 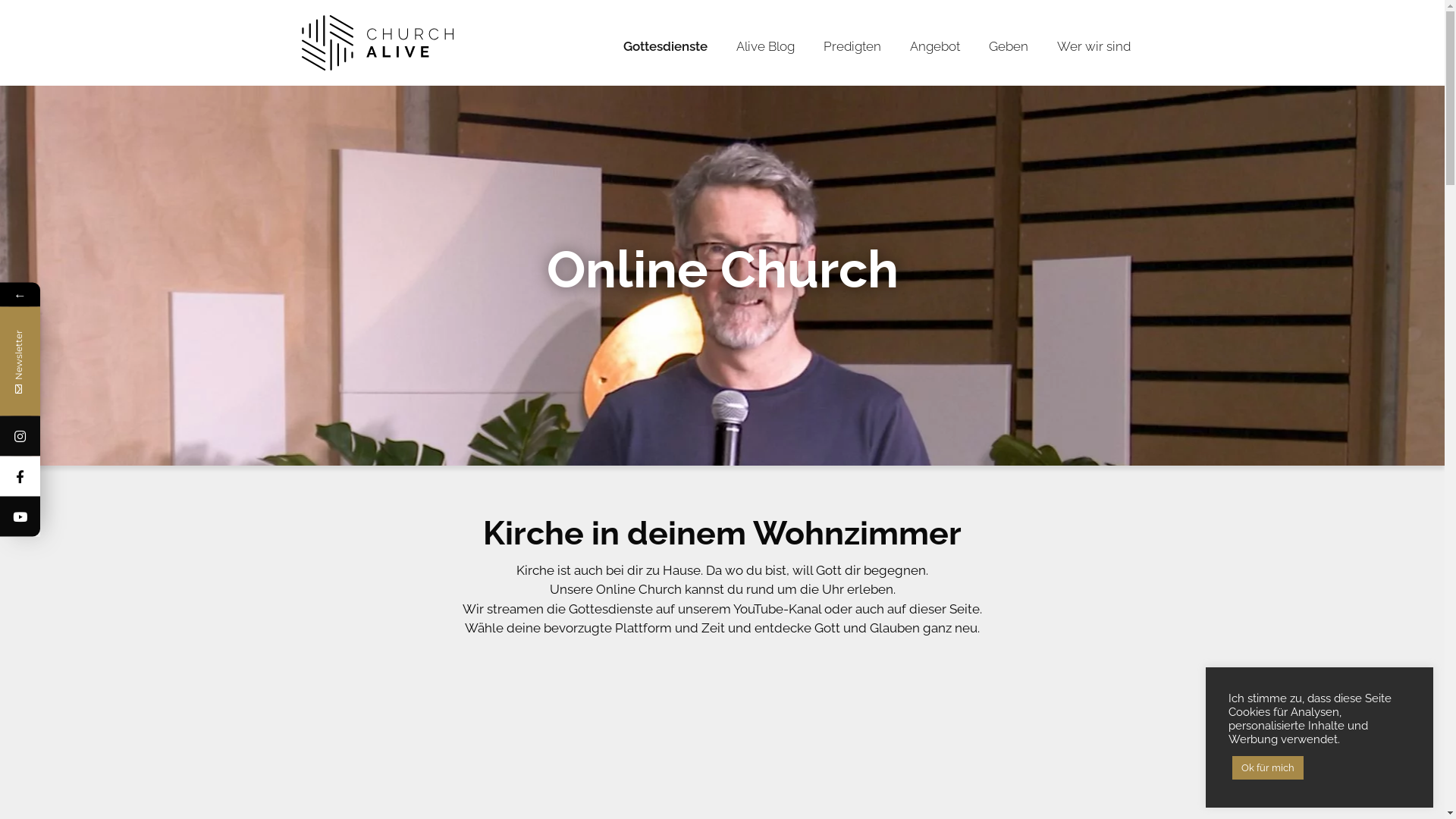 What do you see at coordinates (1008, 45) in the screenshot?
I see `'Geben'` at bounding box center [1008, 45].